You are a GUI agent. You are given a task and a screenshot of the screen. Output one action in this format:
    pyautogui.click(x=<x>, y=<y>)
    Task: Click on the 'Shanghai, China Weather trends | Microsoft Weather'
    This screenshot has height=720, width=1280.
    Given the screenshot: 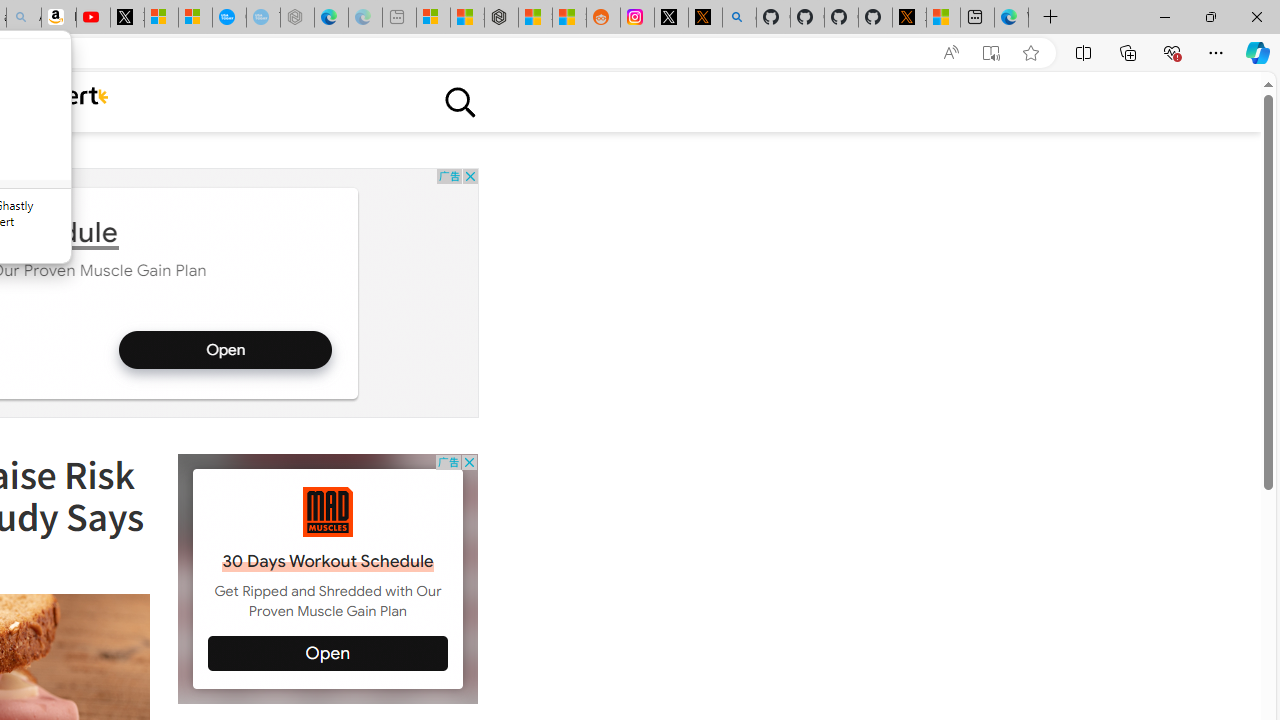 What is the action you would take?
    pyautogui.click(x=568, y=17)
    